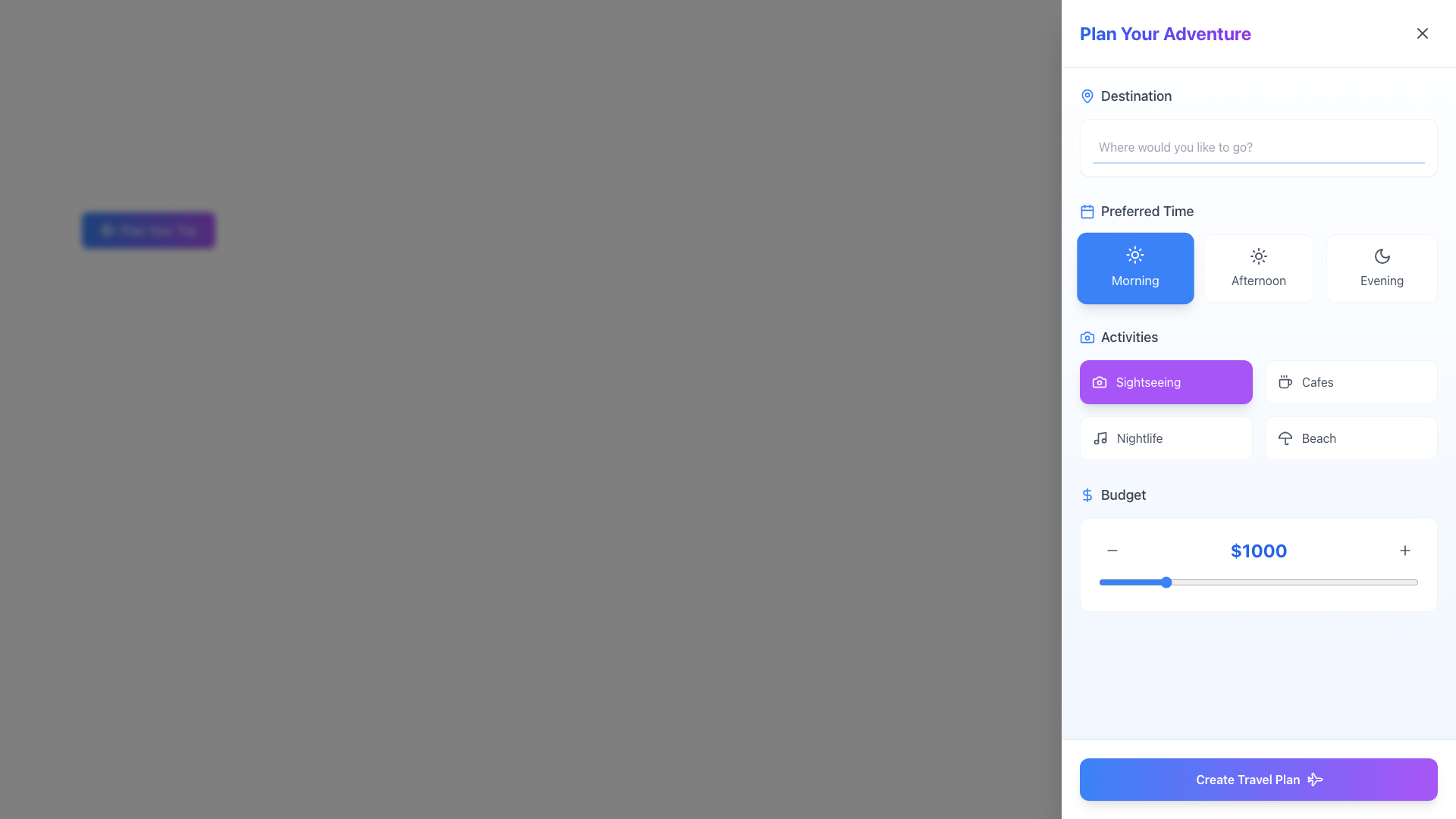 The height and width of the screenshot is (819, 1456). Describe the element at coordinates (1390, 581) in the screenshot. I see `the budget value` at that location.